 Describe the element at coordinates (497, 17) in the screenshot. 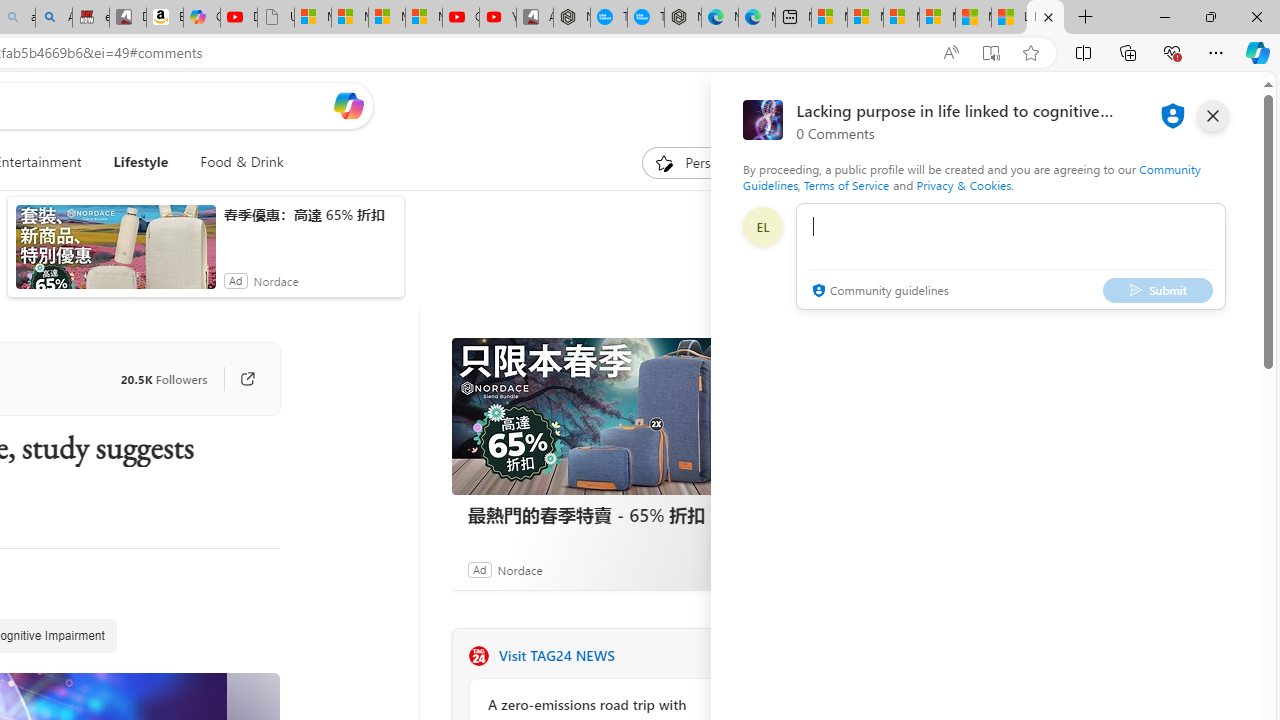

I see `'YouTube Kids - An App Created for Kids to Explore Content'` at that location.